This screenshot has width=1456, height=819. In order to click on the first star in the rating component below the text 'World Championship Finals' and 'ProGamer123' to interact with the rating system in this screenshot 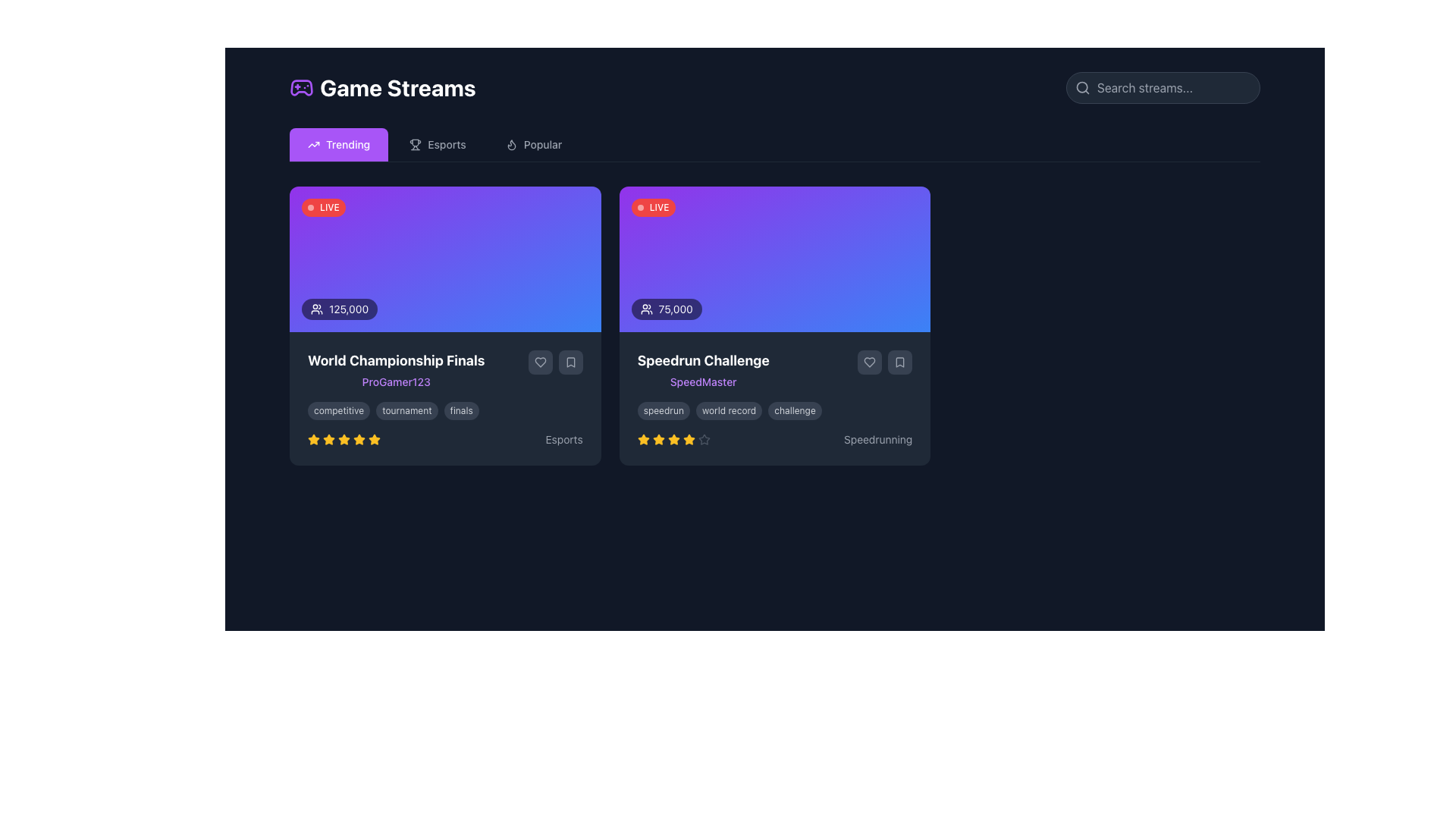, I will do `click(344, 439)`.